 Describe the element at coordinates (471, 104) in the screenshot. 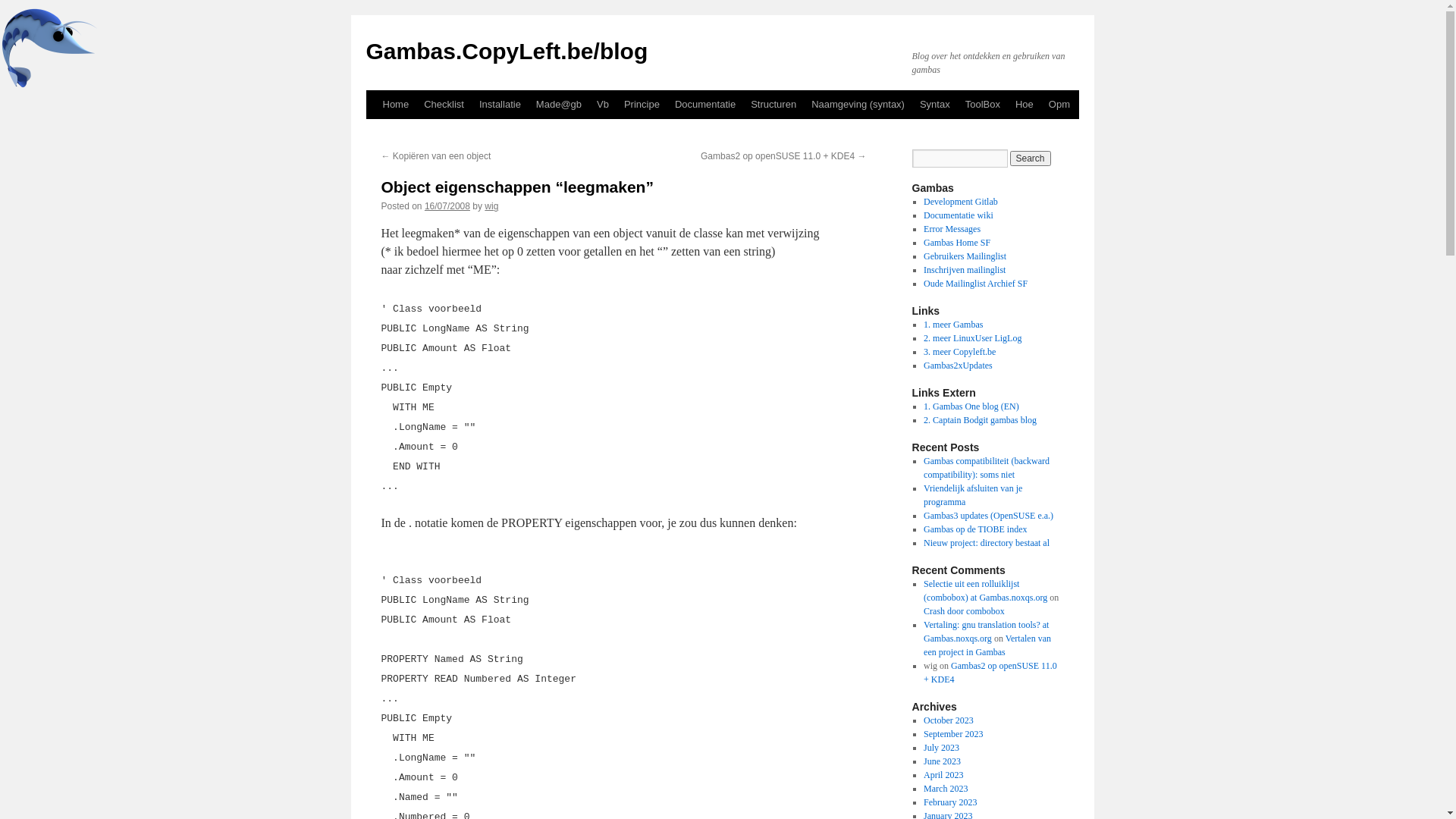

I see `'Installatie'` at that location.